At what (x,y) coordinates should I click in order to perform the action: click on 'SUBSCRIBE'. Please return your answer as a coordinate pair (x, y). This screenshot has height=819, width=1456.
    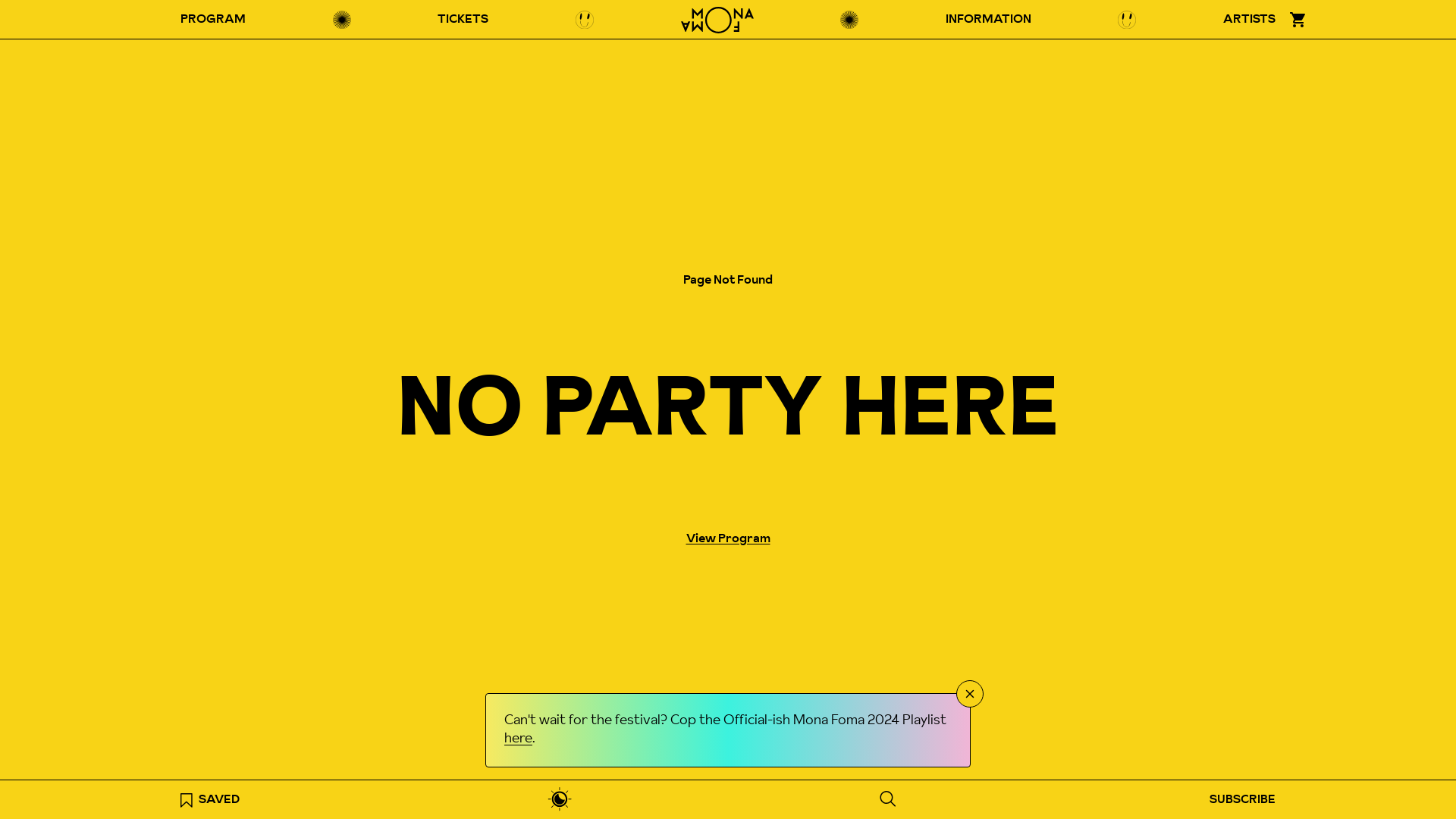
    Looking at the image, I should click on (1200, 799).